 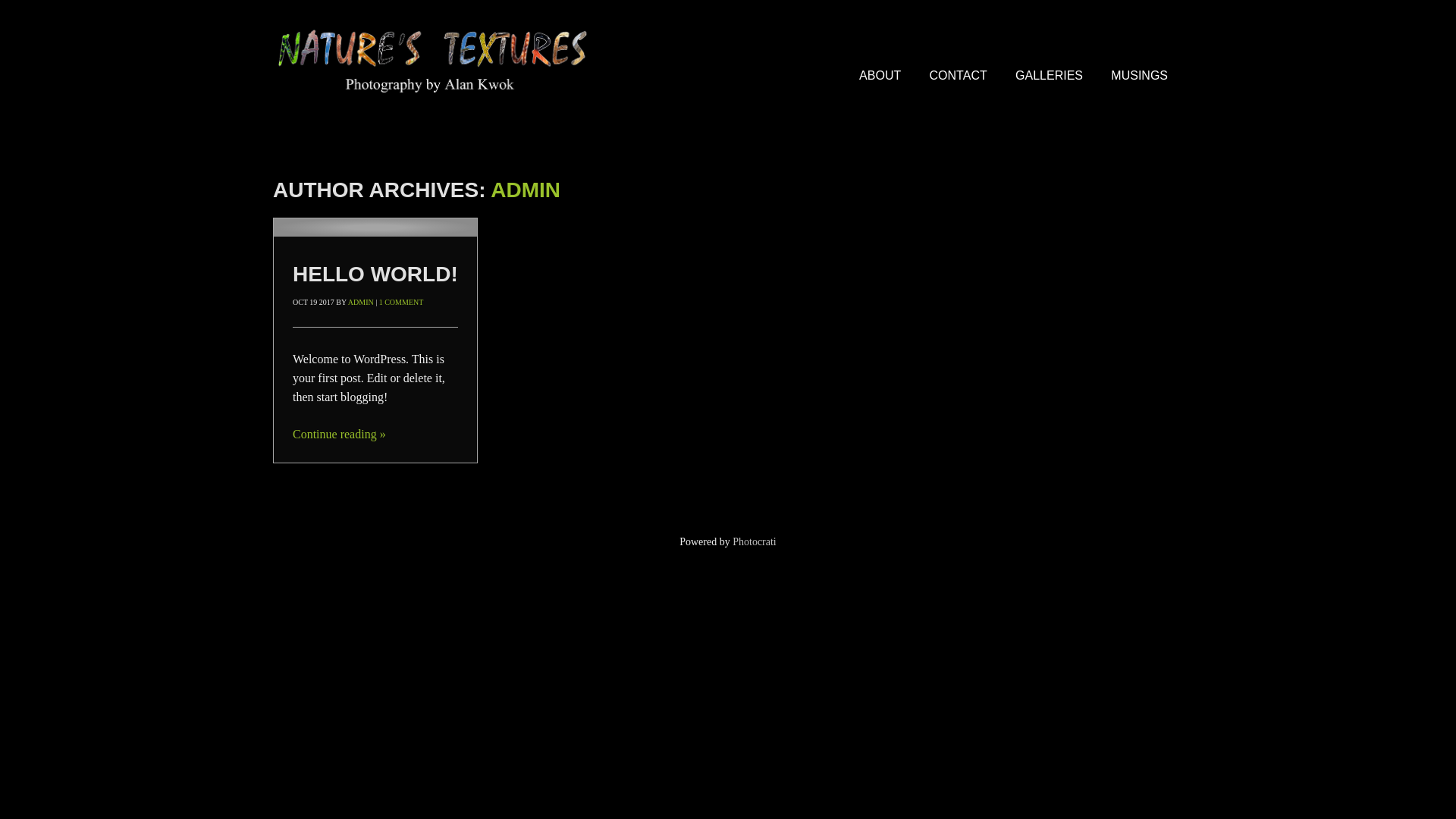 What do you see at coordinates (1139, 76) in the screenshot?
I see `'MUSINGS'` at bounding box center [1139, 76].